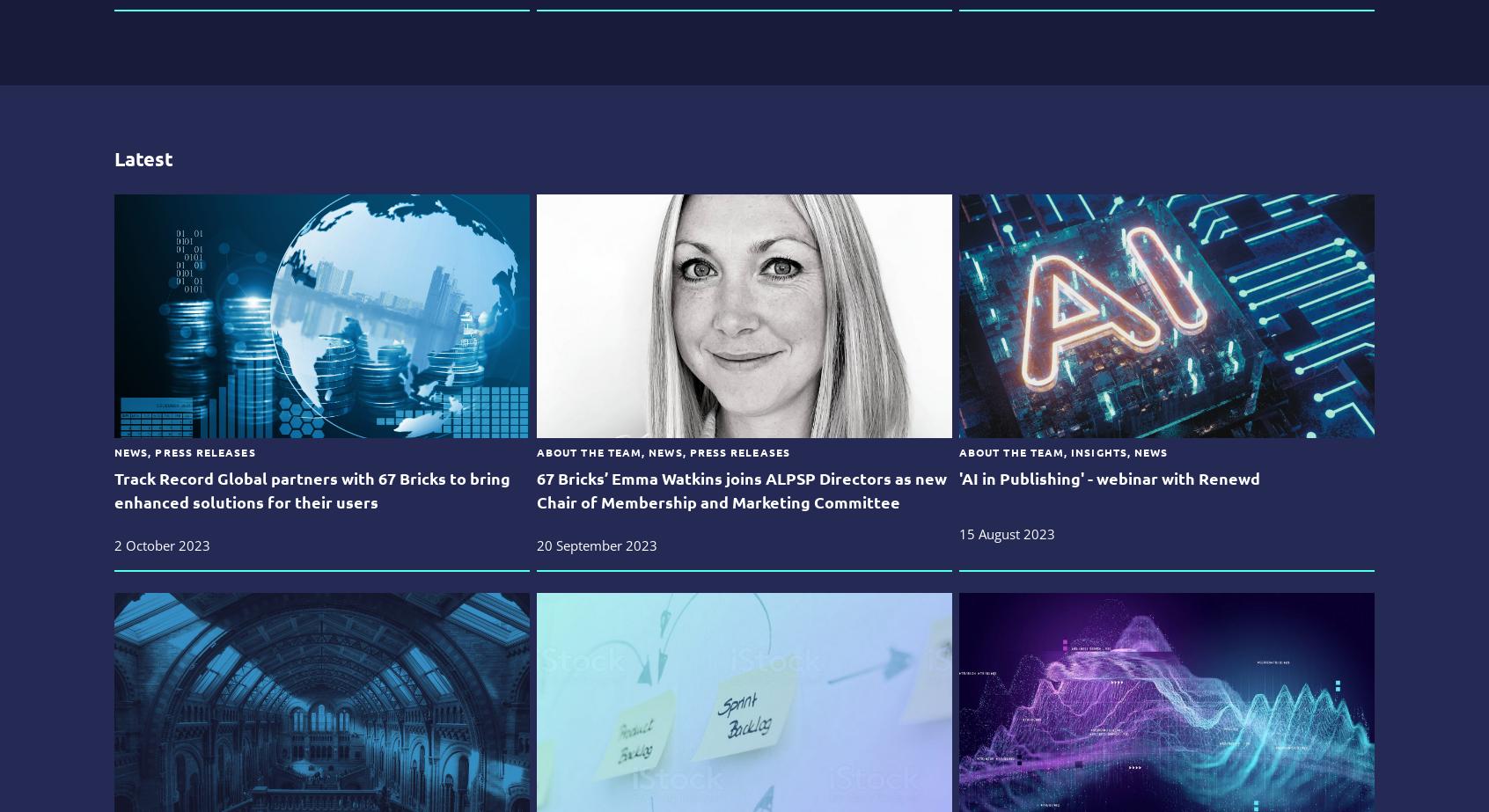 Image resolution: width=1489 pixels, height=812 pixels. What do you see at coordinates (312, 488) in the screenshot?
I see `'Track Record Global partners with 67 Bricks to bring enhanced solutions for their users'` at bounding box center [312, 488].